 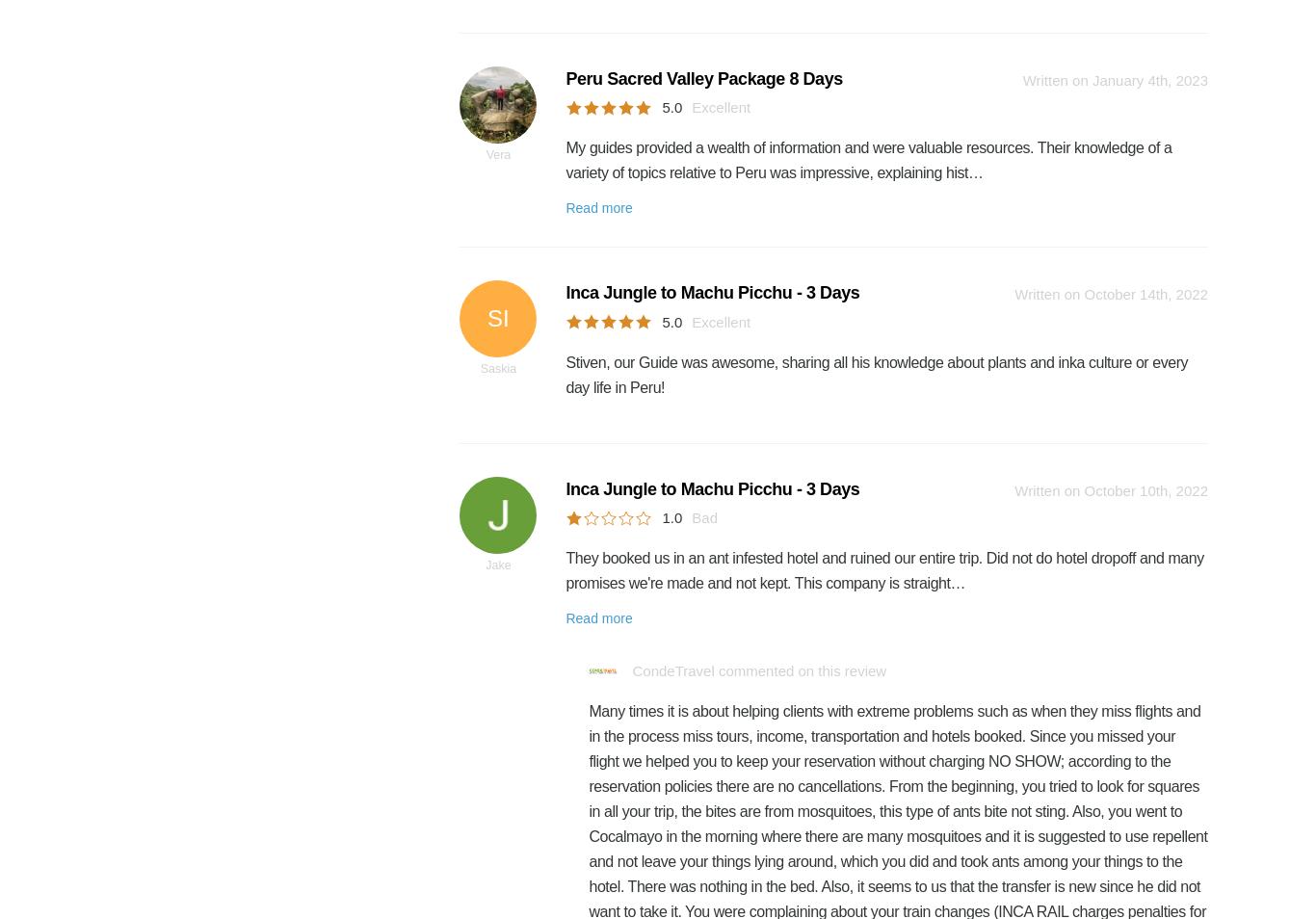 What do you see at coordinates (1115, 78) in the screenshot?
I see `'Written on January 4th, 2023'` at bounding box center [1115, 78].